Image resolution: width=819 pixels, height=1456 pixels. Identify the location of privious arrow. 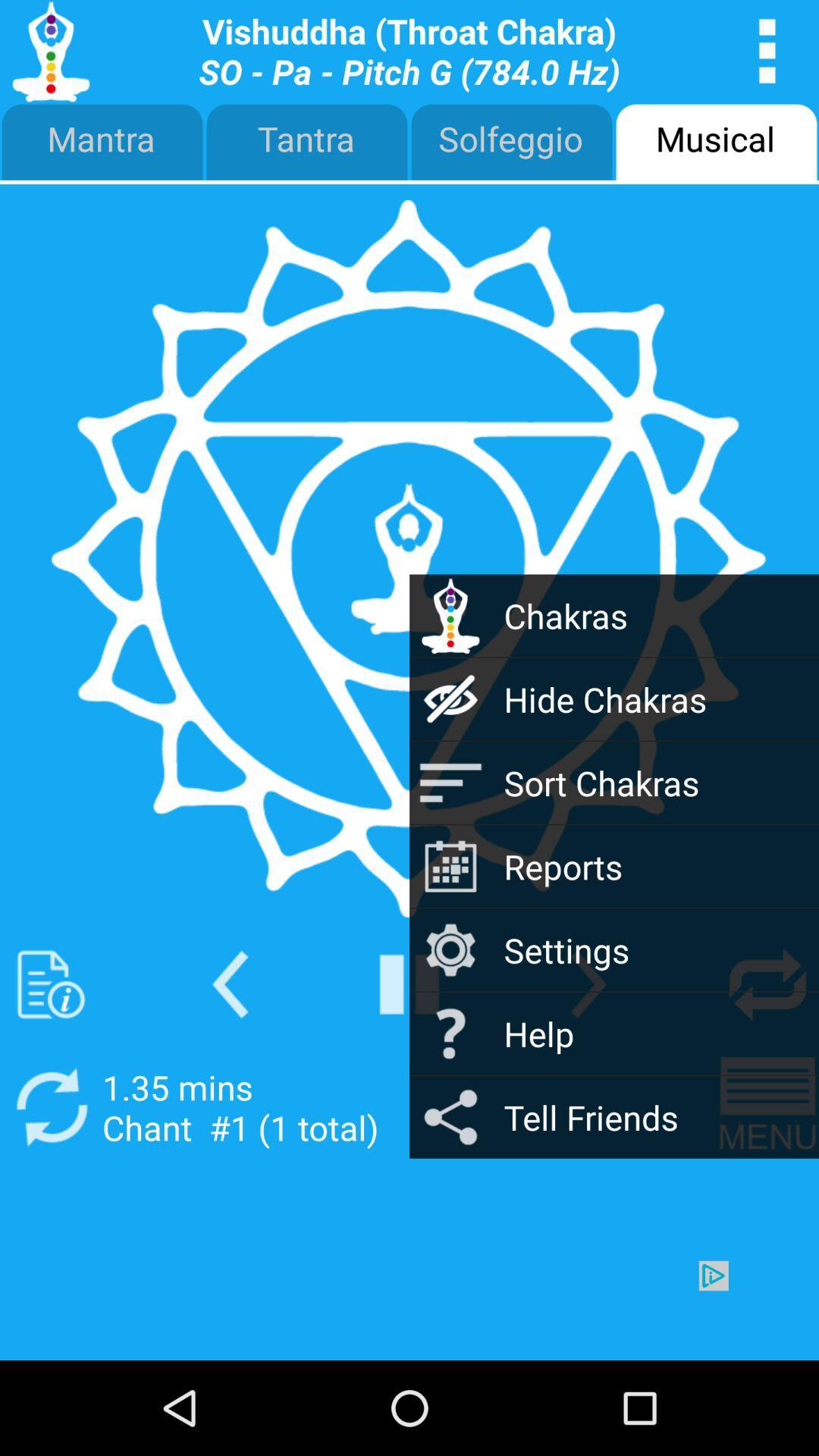
(230, 984).